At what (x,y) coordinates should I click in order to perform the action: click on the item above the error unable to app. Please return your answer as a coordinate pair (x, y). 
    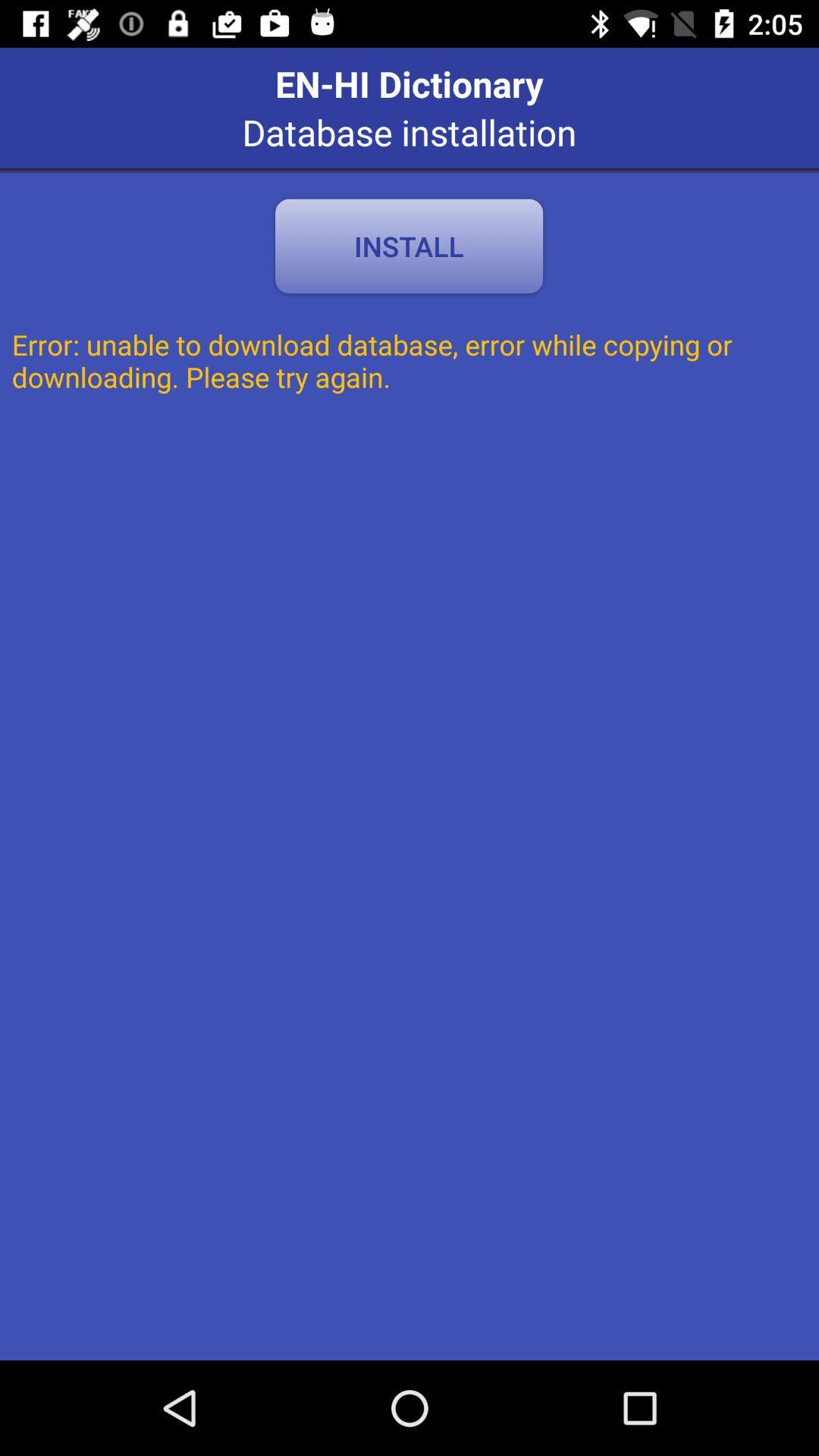
    Looking at the image, I should click on (408, 246).